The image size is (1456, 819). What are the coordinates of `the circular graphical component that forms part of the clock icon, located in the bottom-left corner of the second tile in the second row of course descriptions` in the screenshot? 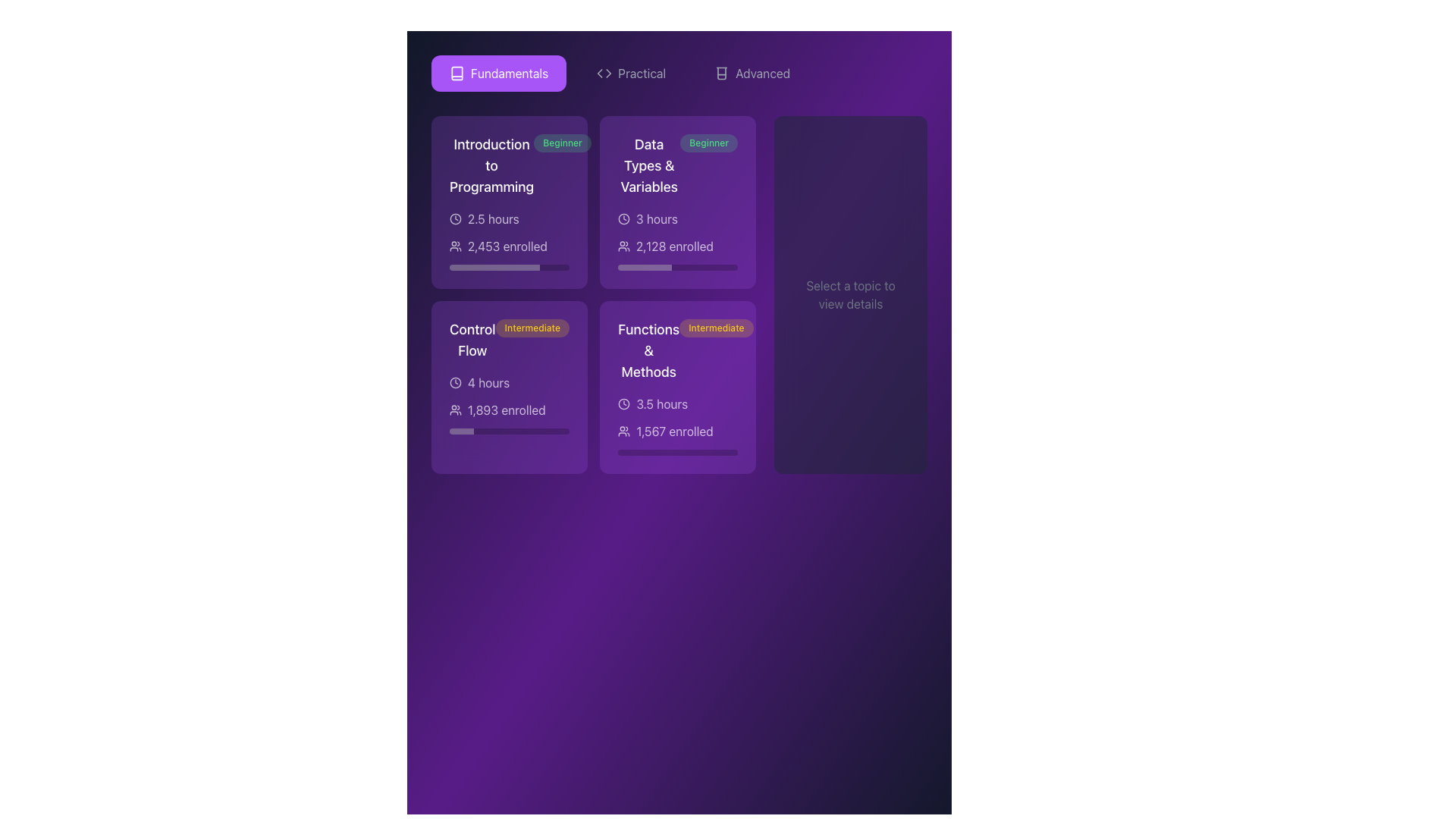 It's located at (454, 382).